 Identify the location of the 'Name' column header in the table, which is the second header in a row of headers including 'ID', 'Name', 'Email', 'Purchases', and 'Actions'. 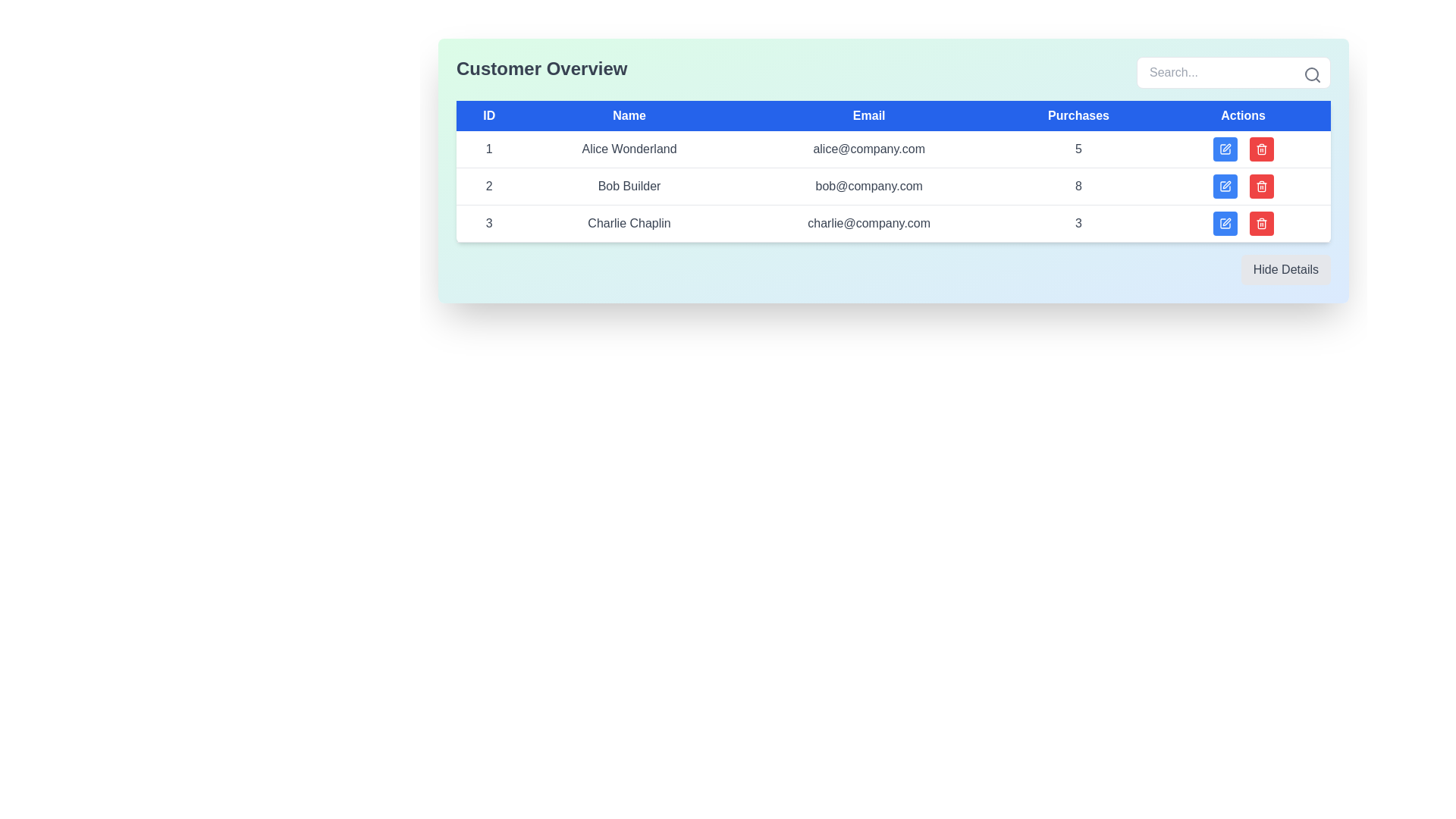
(629, 115).